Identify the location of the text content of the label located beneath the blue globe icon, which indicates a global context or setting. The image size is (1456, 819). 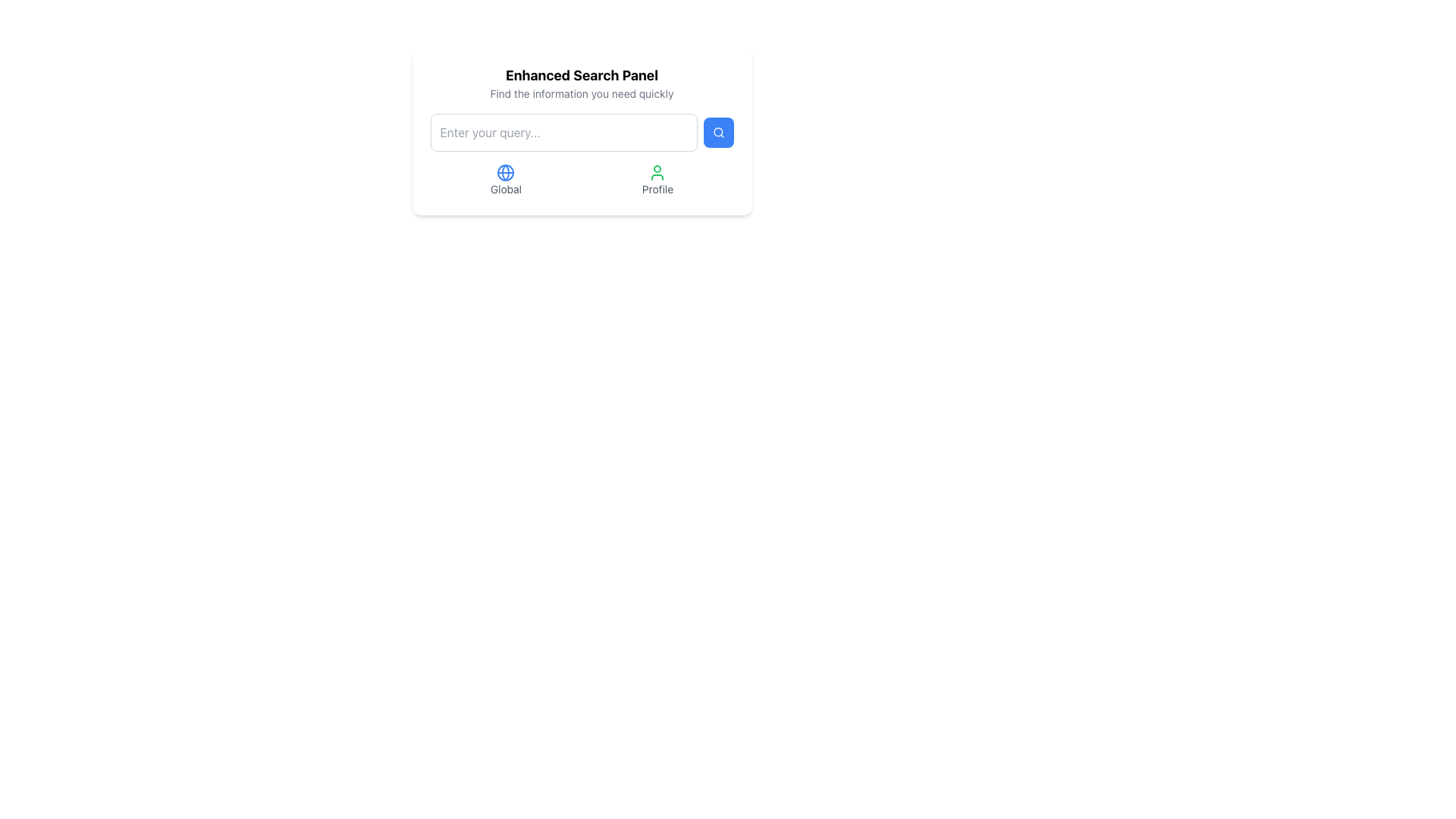
(506, 189).